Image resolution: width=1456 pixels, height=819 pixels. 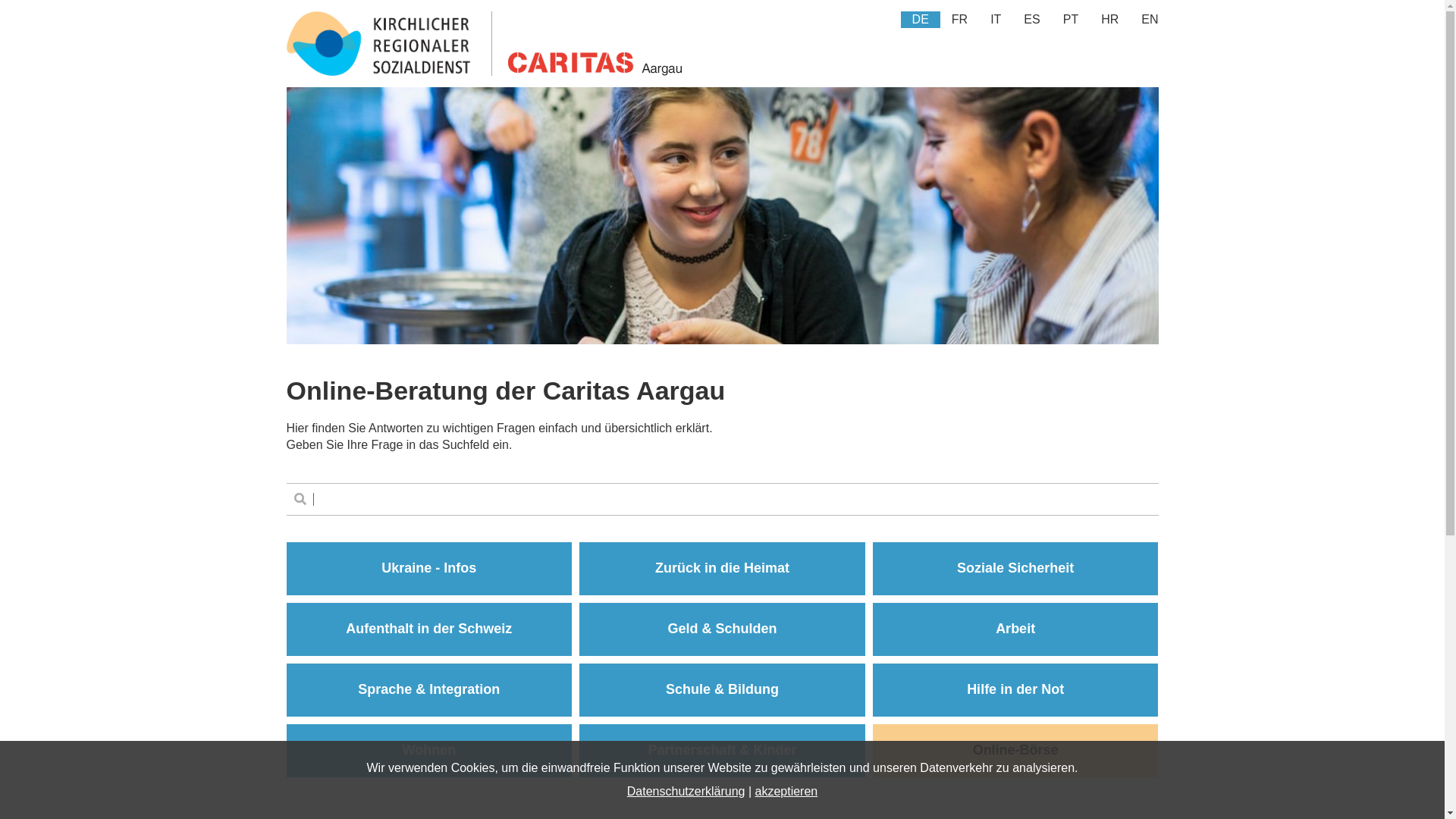 I want to click on 'Ukraine - Infos', so click(x=428, y=568).